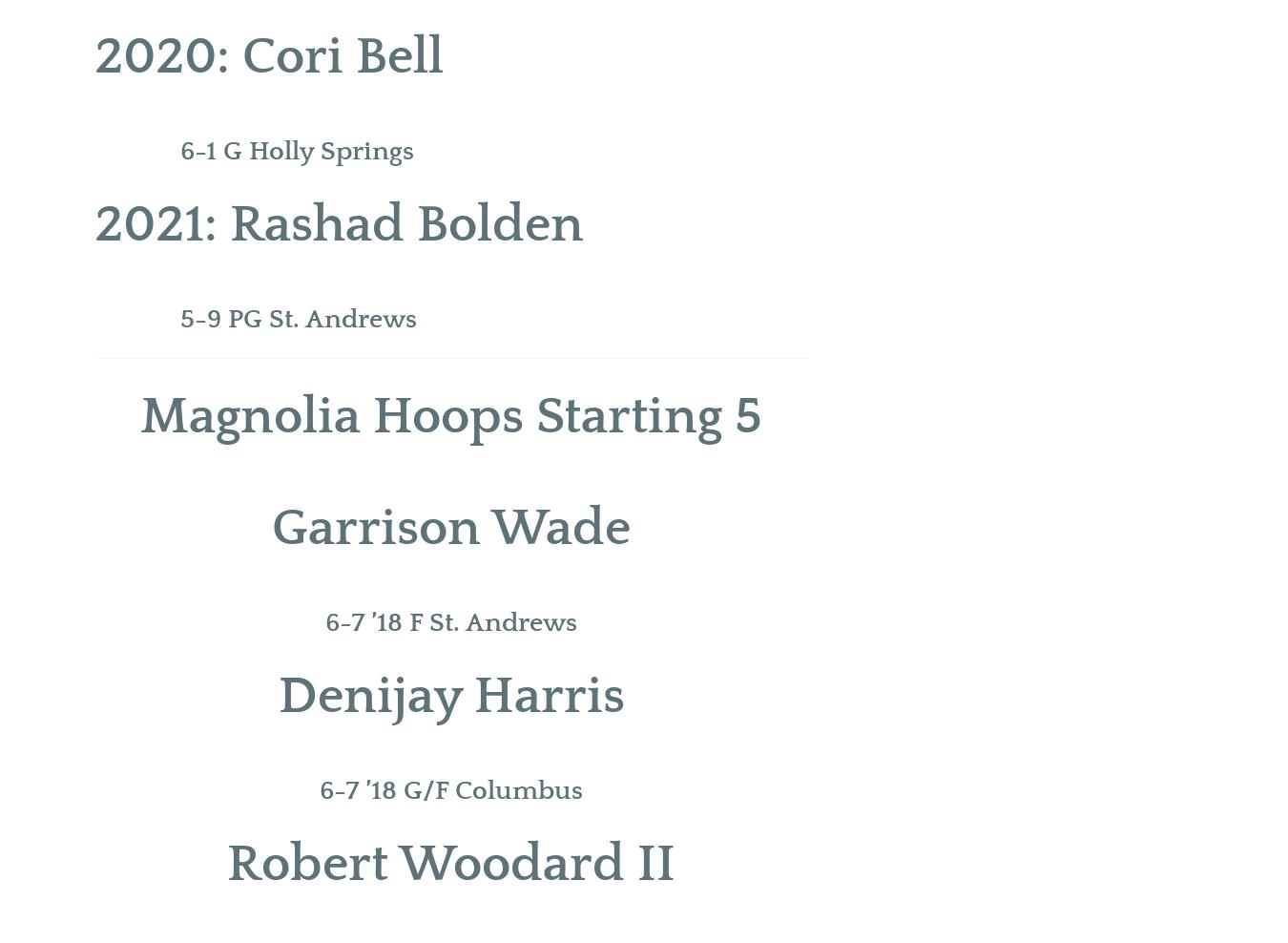 Image resolution: width=1288 pixels, height=943 pixels. I want to click on 'Magnolia Hoops Starting 5', so click(140, 416).